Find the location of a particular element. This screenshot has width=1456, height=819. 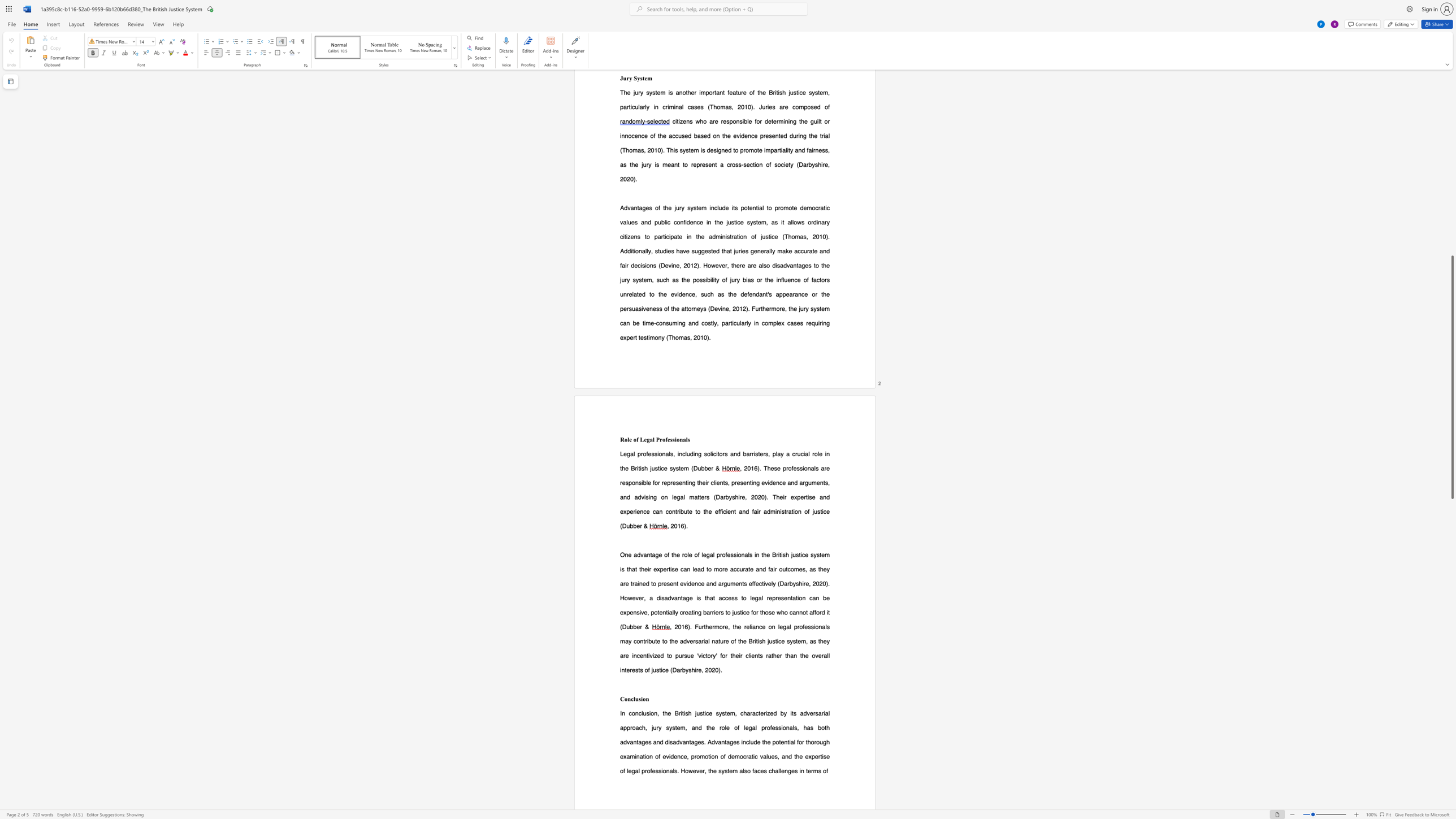

the subset text "ad t" within the text "can lead to more" is located at coordinates (697, 569).